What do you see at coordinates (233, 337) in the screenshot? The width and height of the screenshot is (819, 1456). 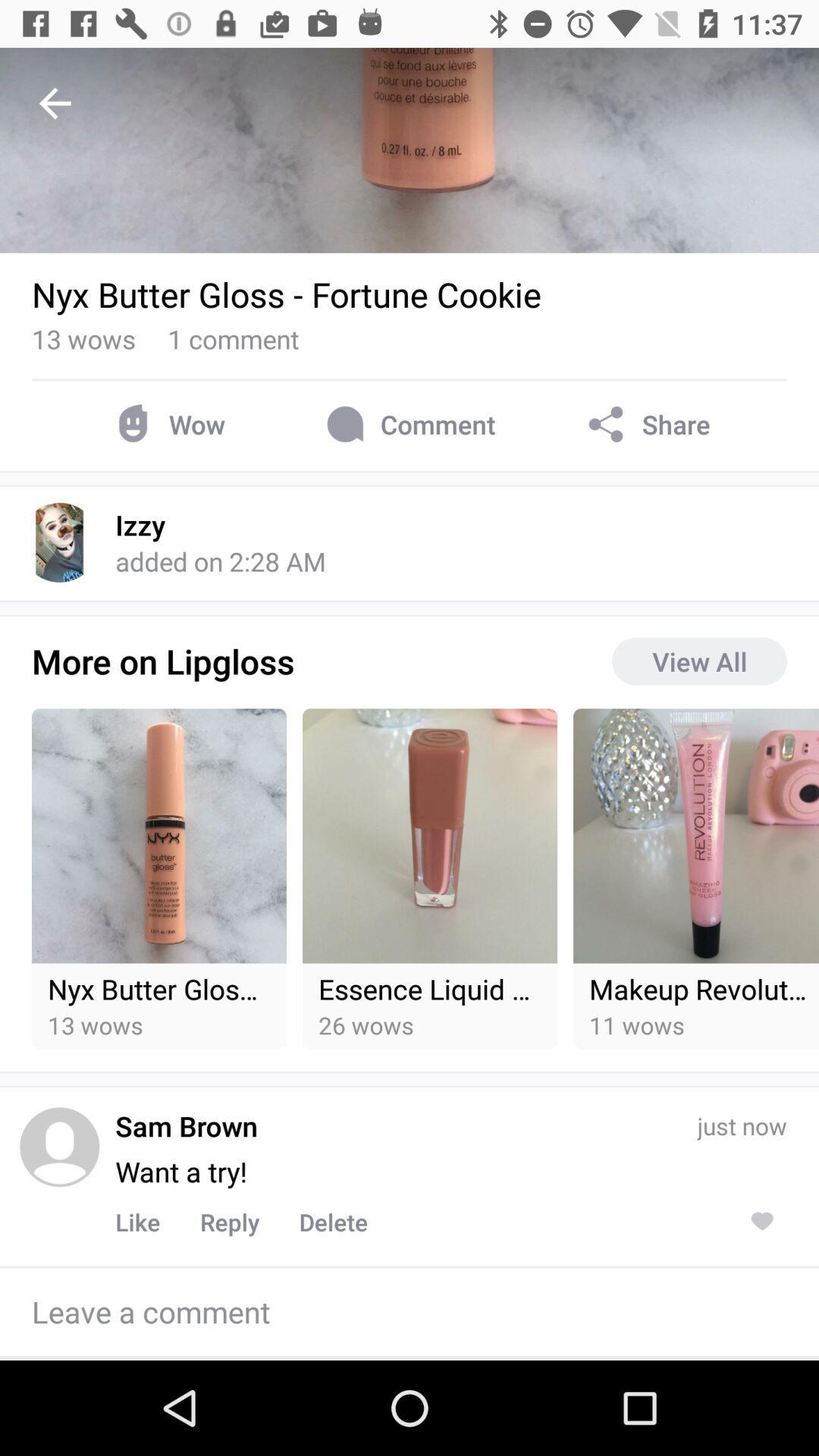 I see `1 comment icon` at bounding box center [233, 337].